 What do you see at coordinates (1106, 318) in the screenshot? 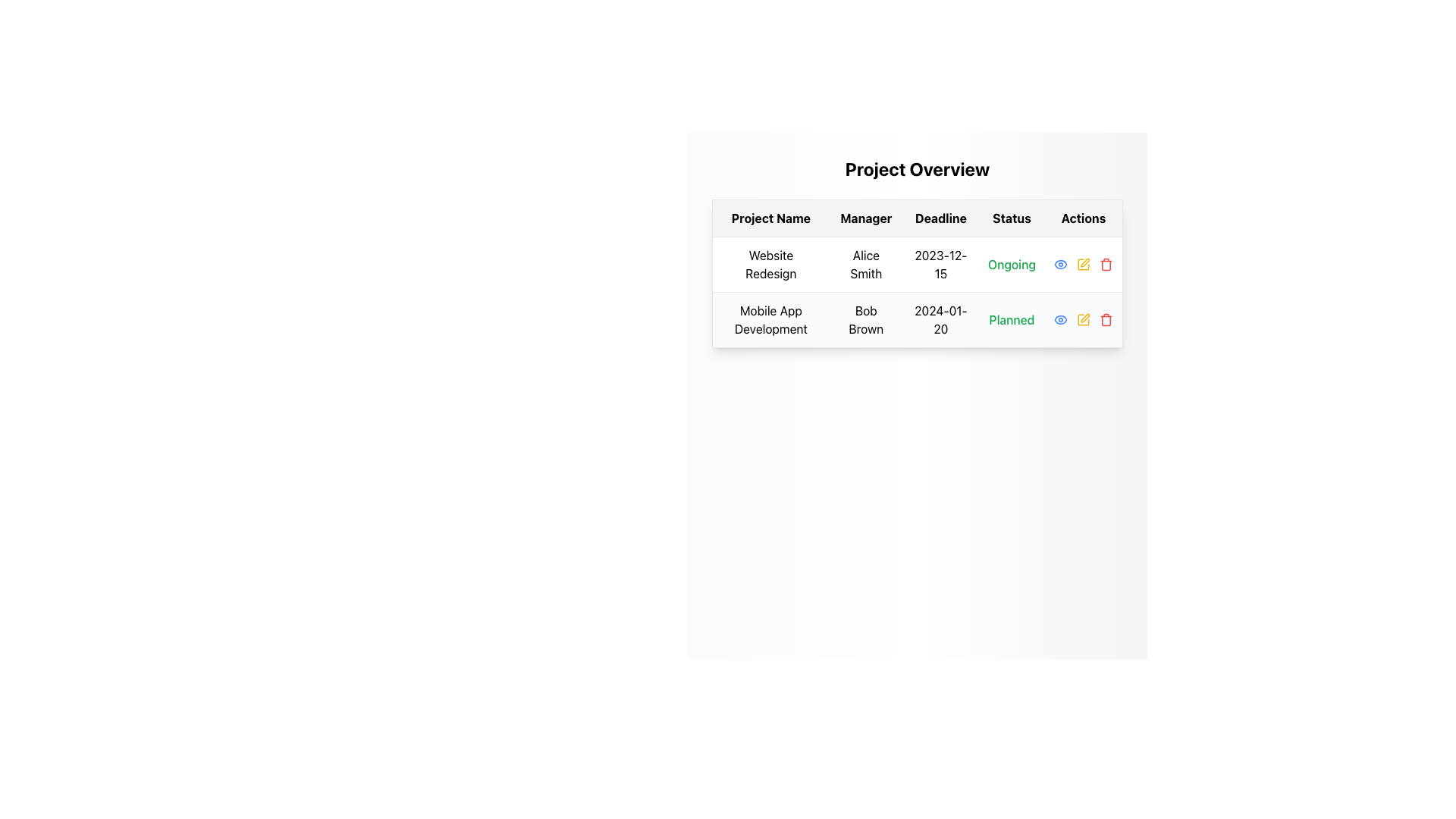
I see `the delete button in the 'Actions' column of the second row labeled 'Mobile App Development' to change its appearance` at bounding box center [1106, 318].